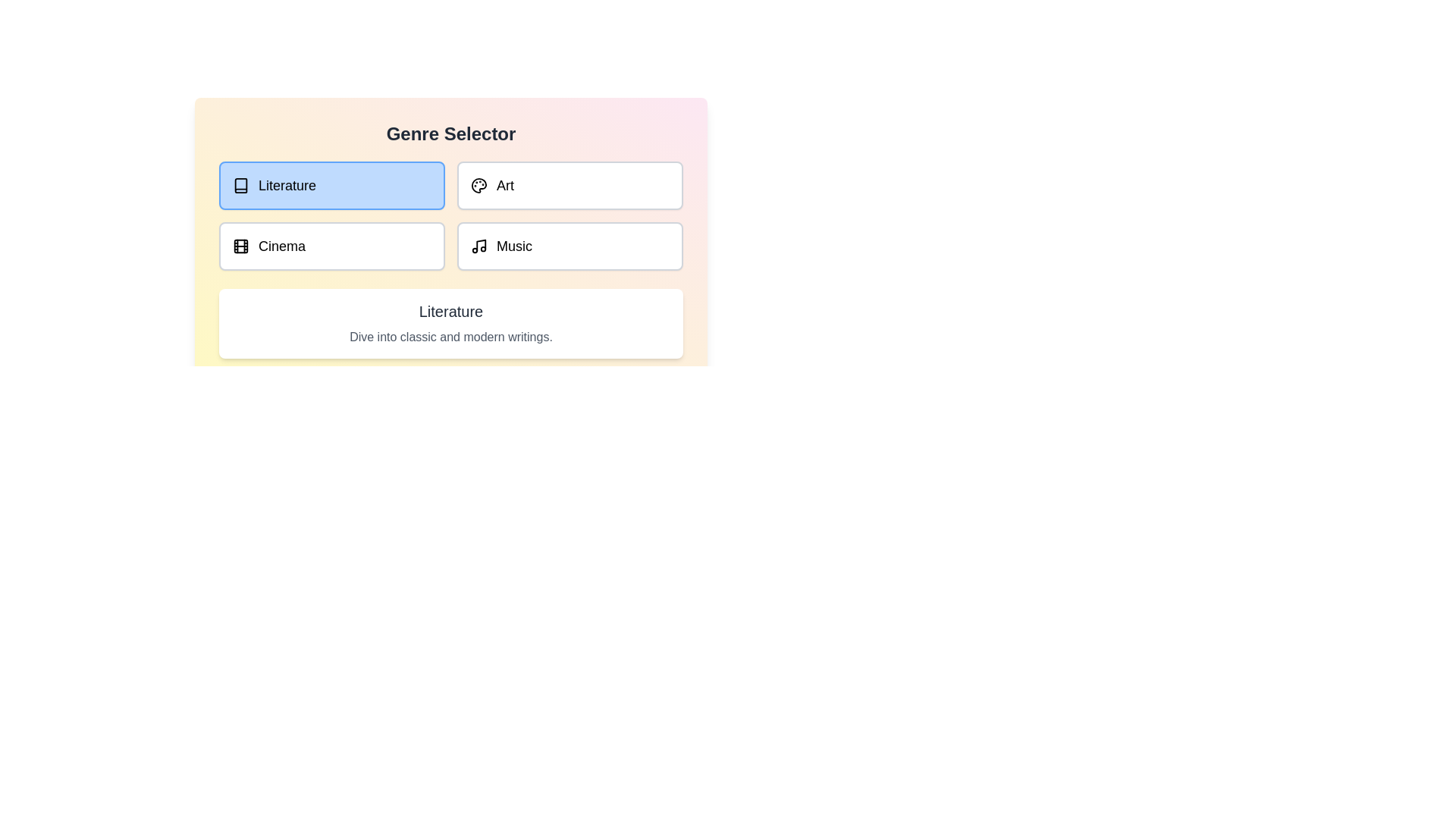 The height and width of the screenshot is (819, 1456). What do you see at coordinates (479, 245) in the screenshot?
I see `the music note icon located within the 'Music' button, which is positioned in the second row and right column of the grid layout` at bounding box center [479, 245].